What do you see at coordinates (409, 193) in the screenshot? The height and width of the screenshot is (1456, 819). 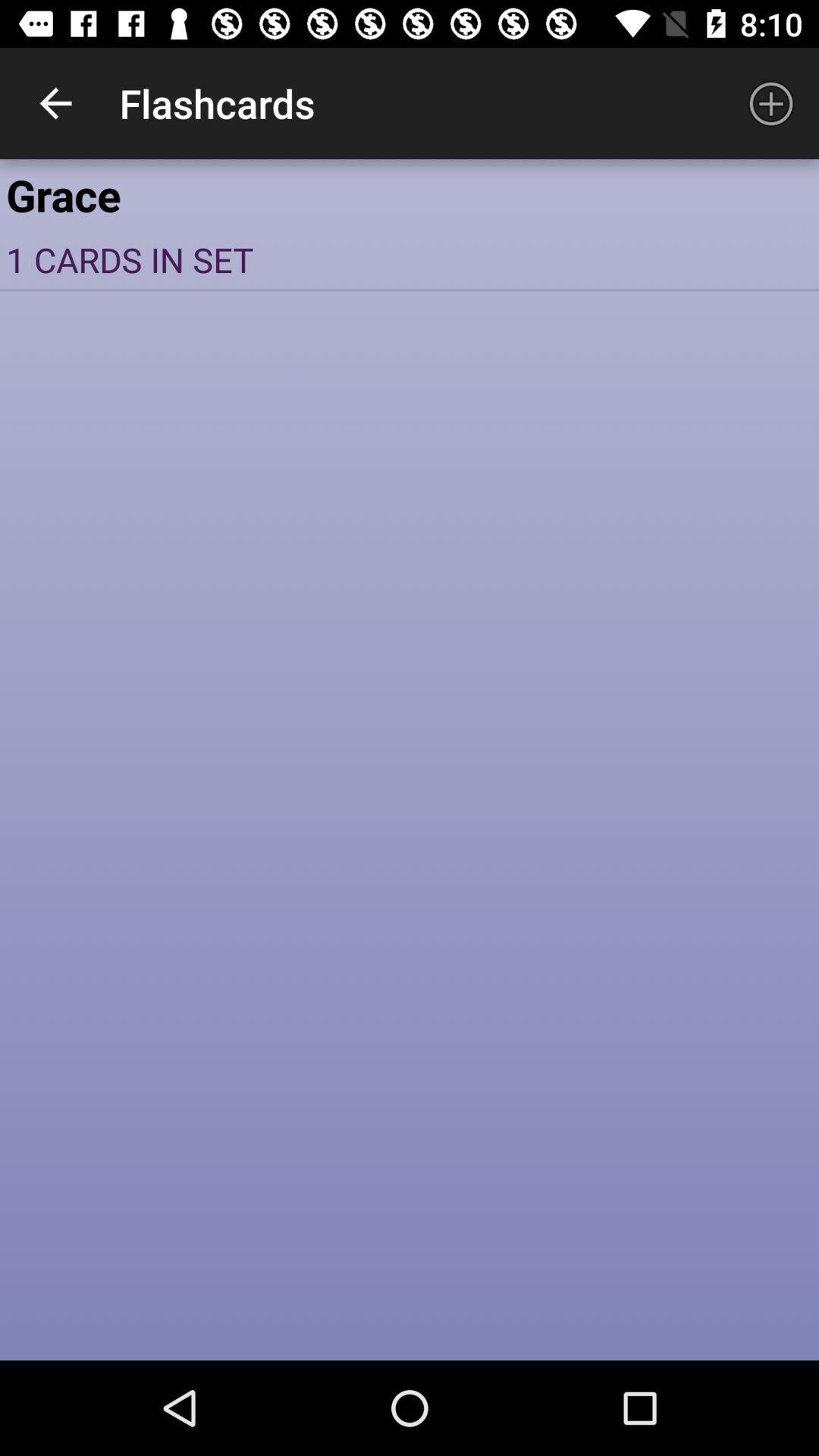 I see `the grace item` at bounding box center [409, 193].